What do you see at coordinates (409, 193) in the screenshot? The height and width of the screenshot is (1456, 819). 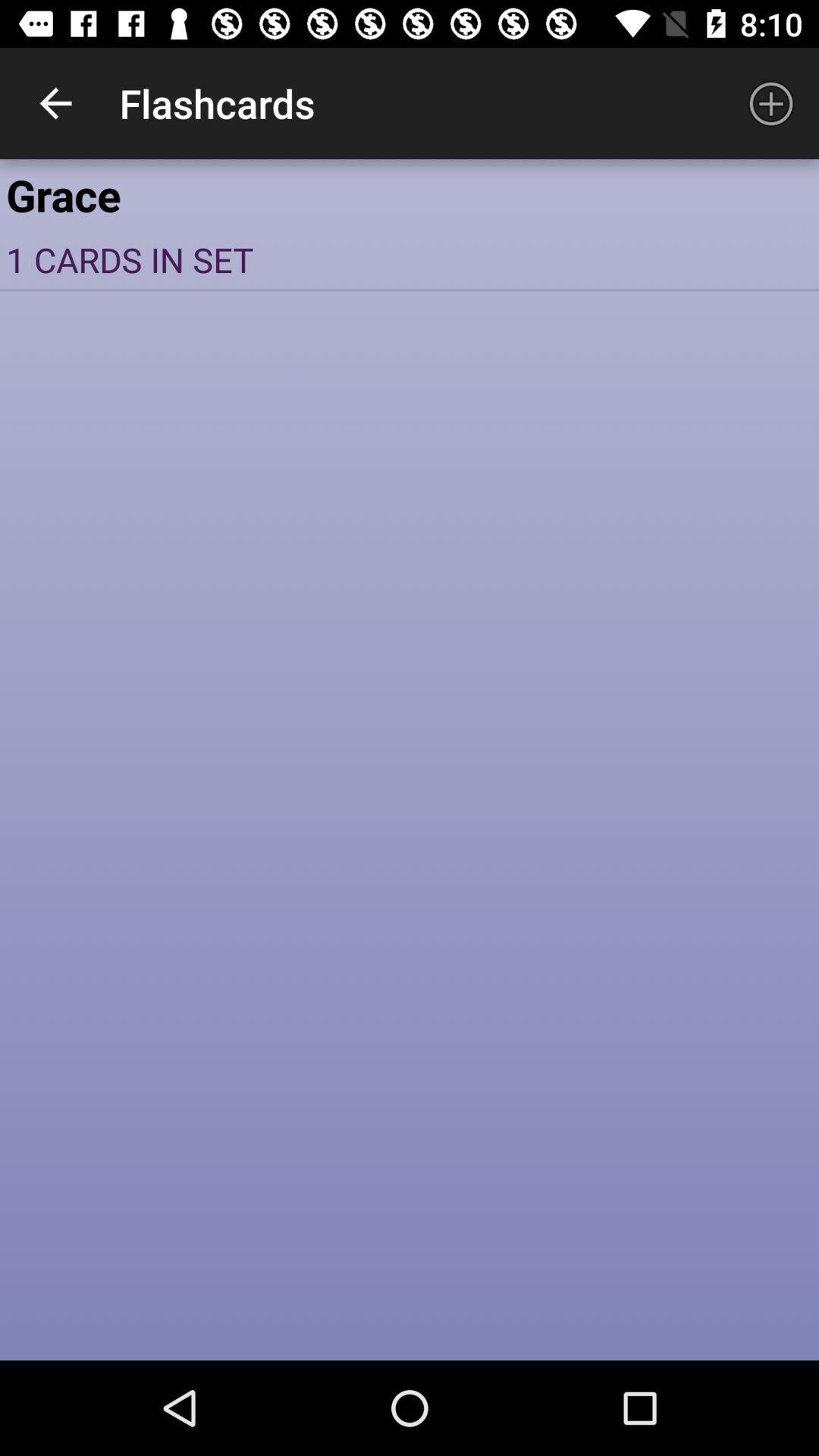 I see `the grace item` at bounding box center [409, 193].